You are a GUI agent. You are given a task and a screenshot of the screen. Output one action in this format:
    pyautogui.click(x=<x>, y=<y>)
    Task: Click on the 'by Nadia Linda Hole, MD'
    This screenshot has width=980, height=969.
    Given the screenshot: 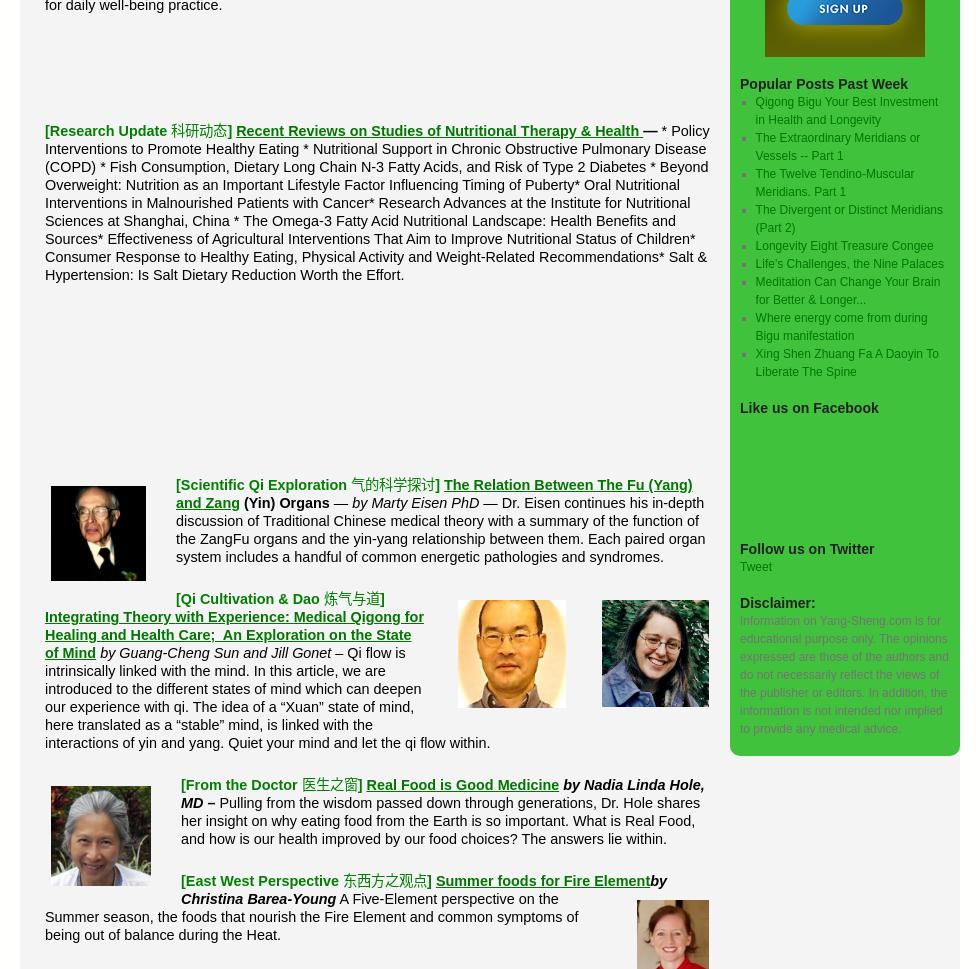 What is the action you would take?
    pyautogui.click(x=442, y=793)
    